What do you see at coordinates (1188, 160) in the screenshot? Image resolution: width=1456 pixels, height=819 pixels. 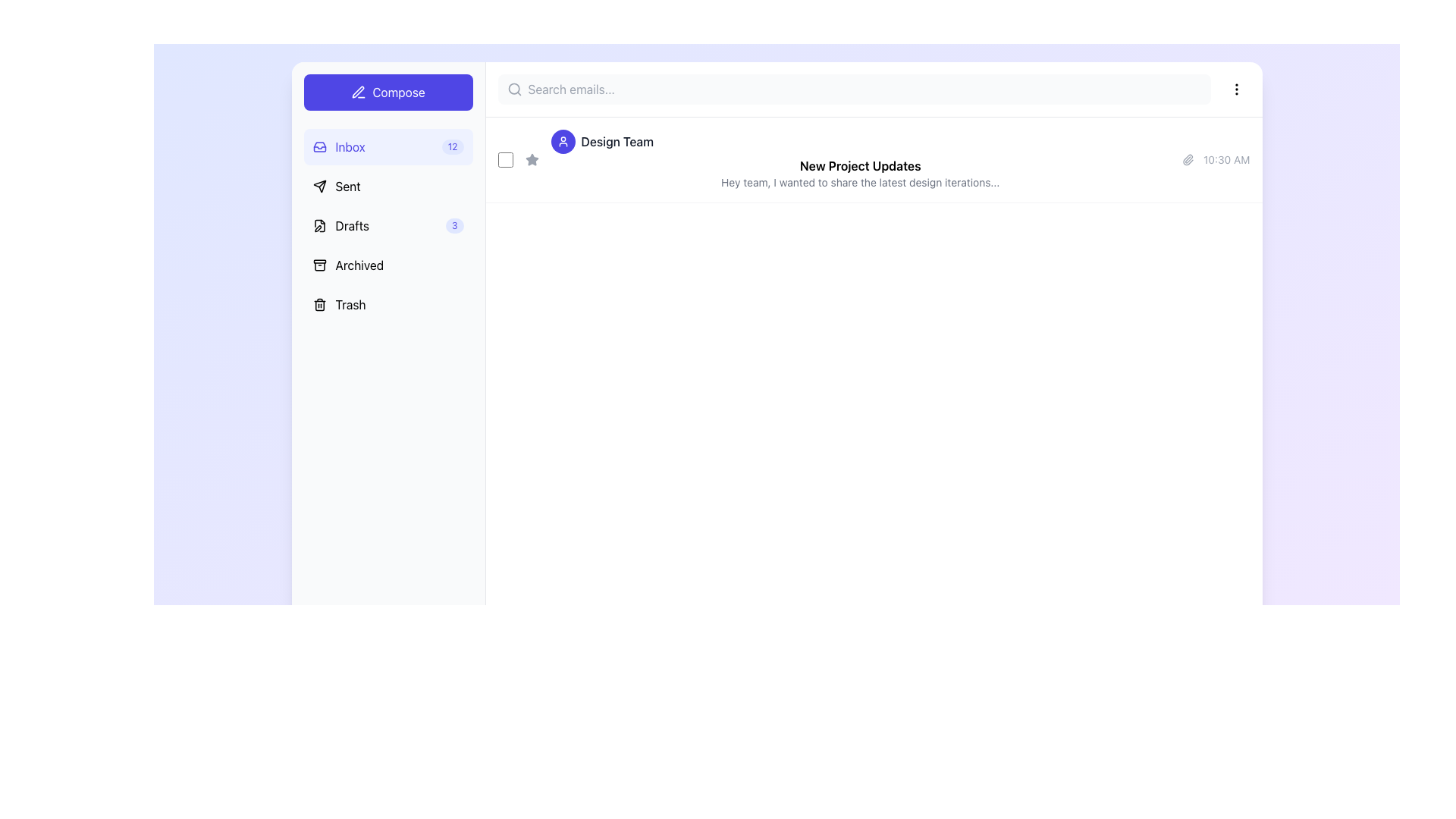 I see `the small gray paperclip icon, which is styled in a minimalist outline format and located to the left of the '10:30 AM' timestamp` at bounding box center [1188, 160].